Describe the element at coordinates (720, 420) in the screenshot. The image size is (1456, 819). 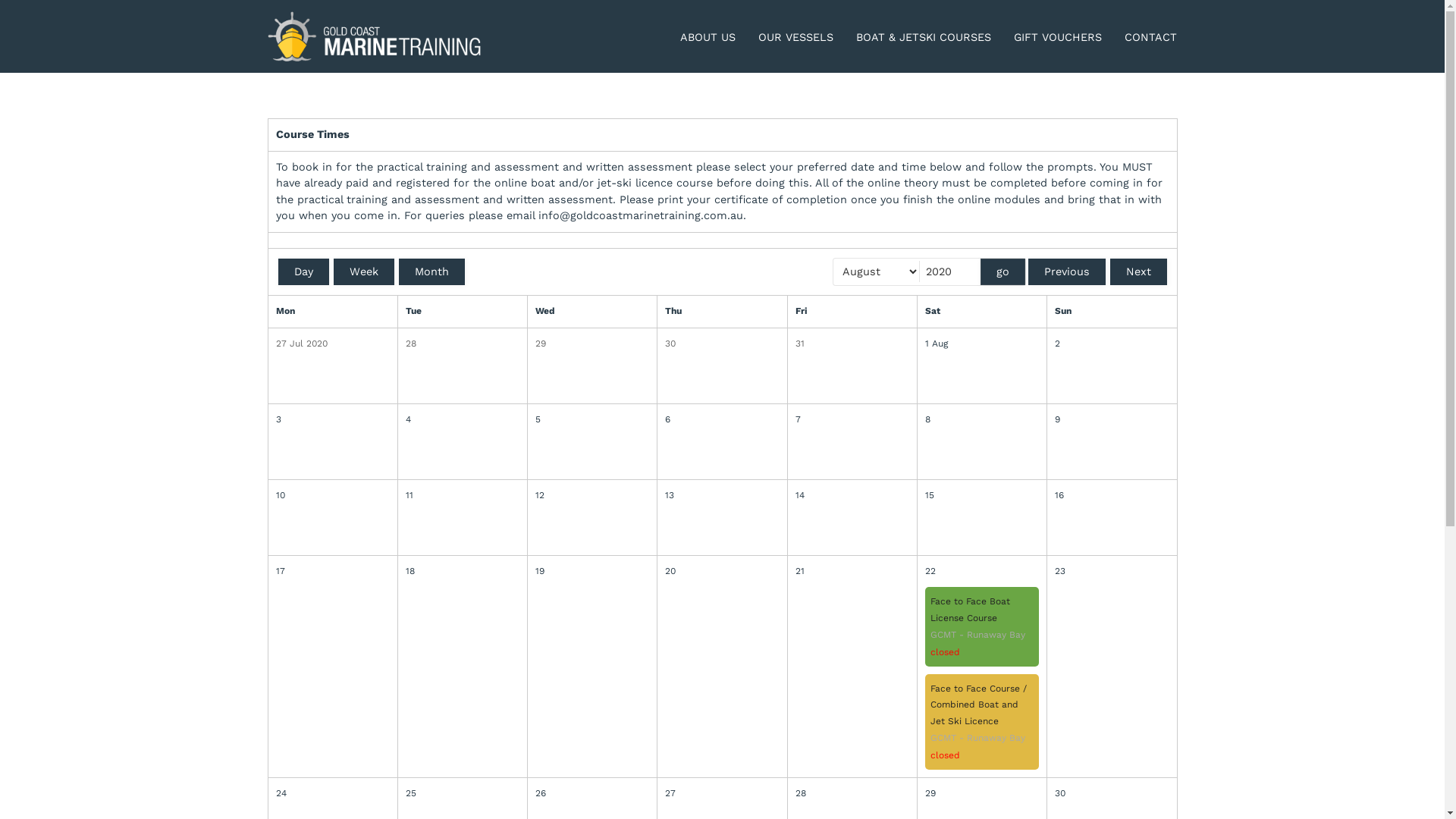
I see `'6'` at that location.